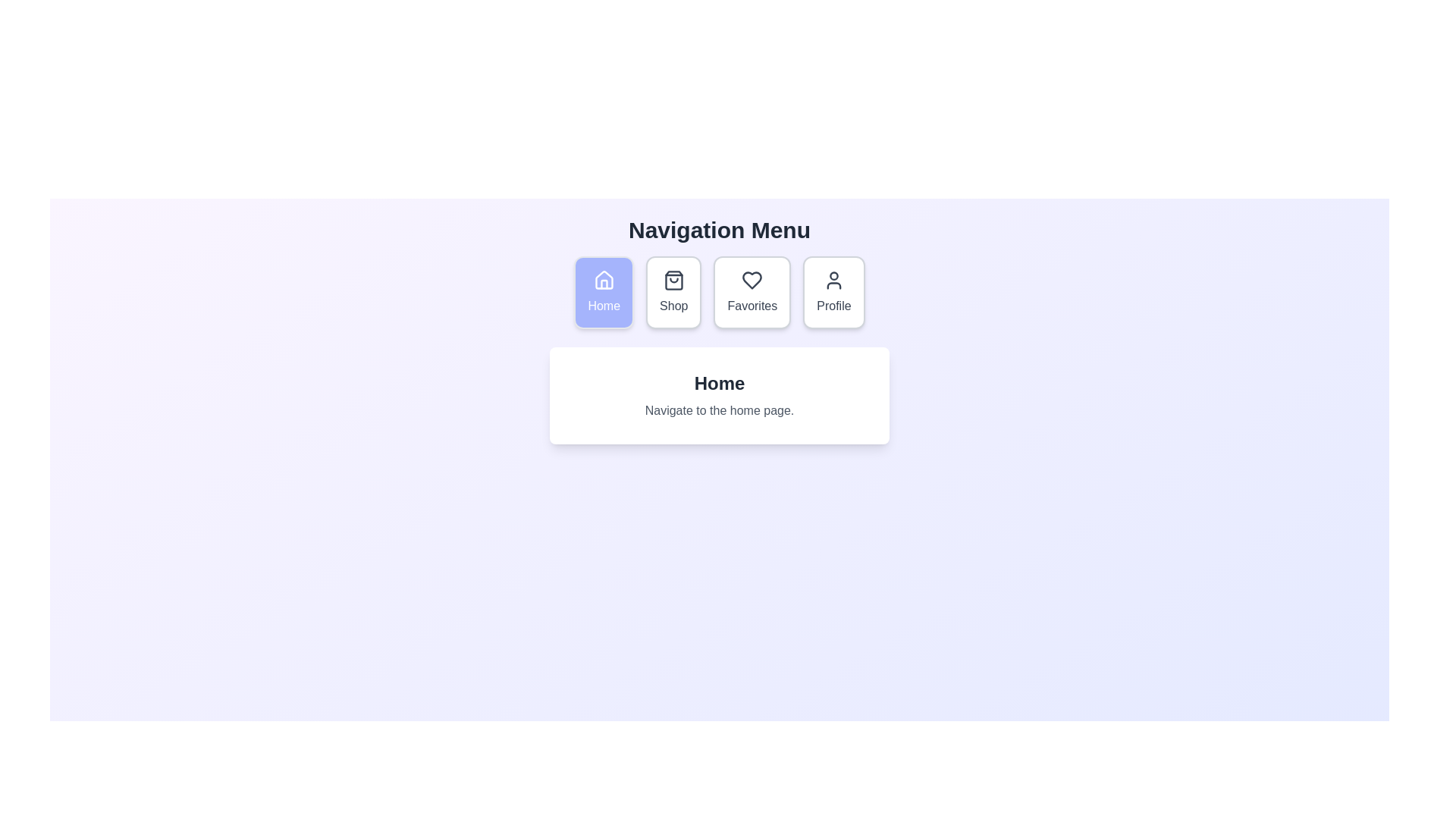 The height and width of the screenshot is (819, 1456). Describe the element at coordinates (833, 306) in the screenshot. I see `text of the 'Profile' text label located underneath the user icon graphic in the 'Profile' navigation button` at that location.